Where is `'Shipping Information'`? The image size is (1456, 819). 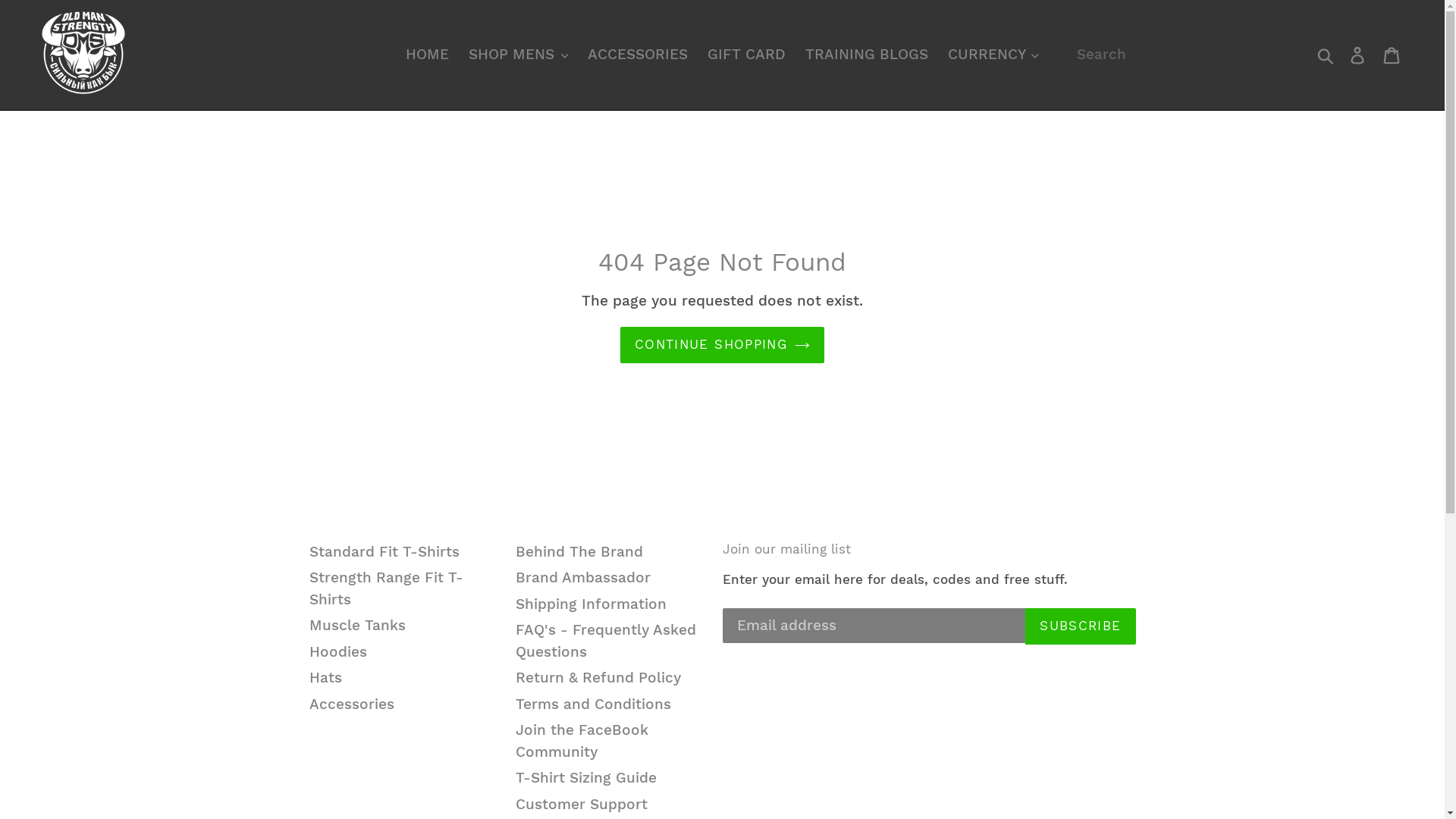
'Shipping Information' is located at coordinates (516, 603).